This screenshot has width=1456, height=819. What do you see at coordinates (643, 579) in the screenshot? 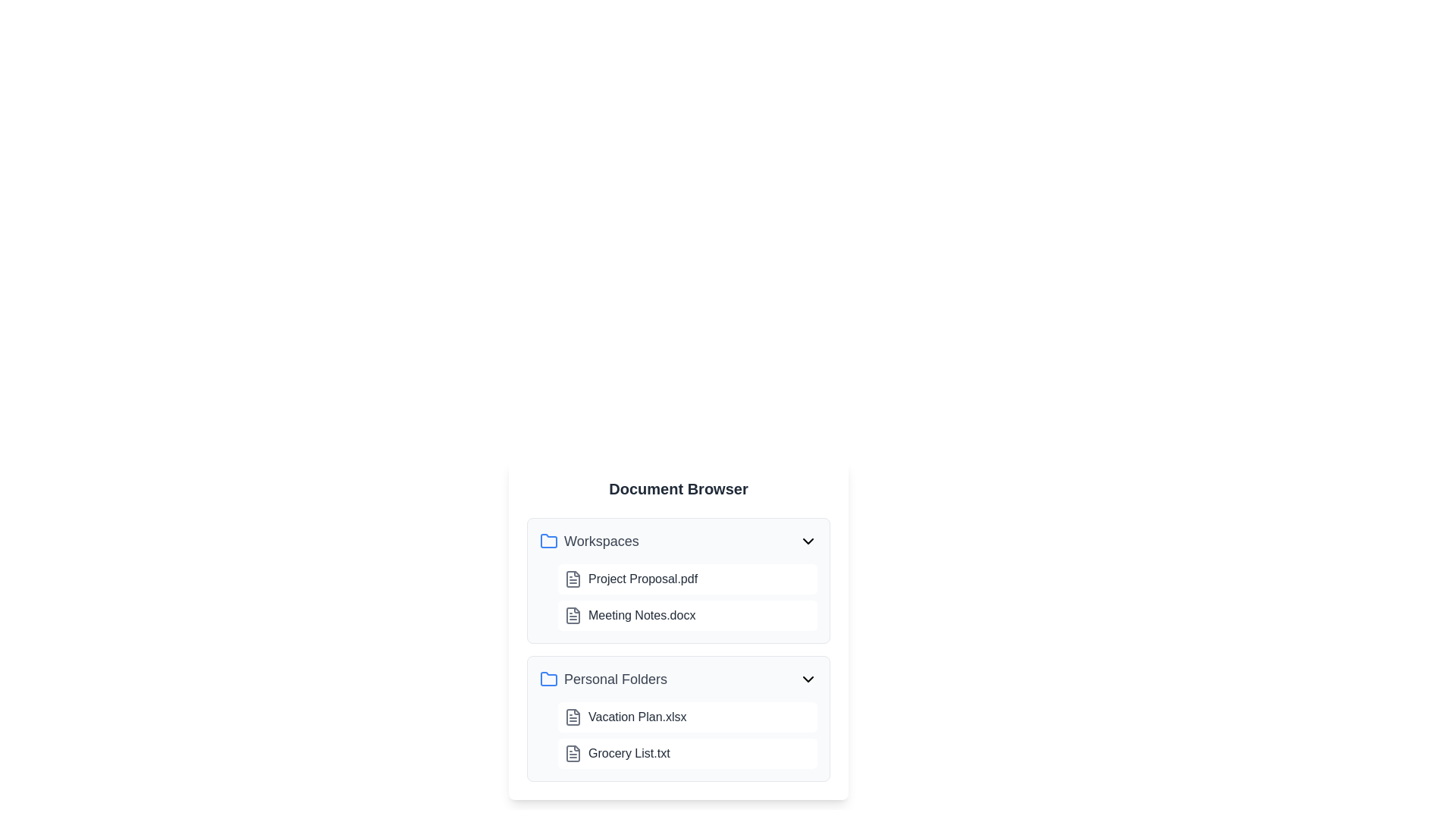
I see `the text label displaying 'Project Proposal.pdf'` at bounding box center [643, 579].